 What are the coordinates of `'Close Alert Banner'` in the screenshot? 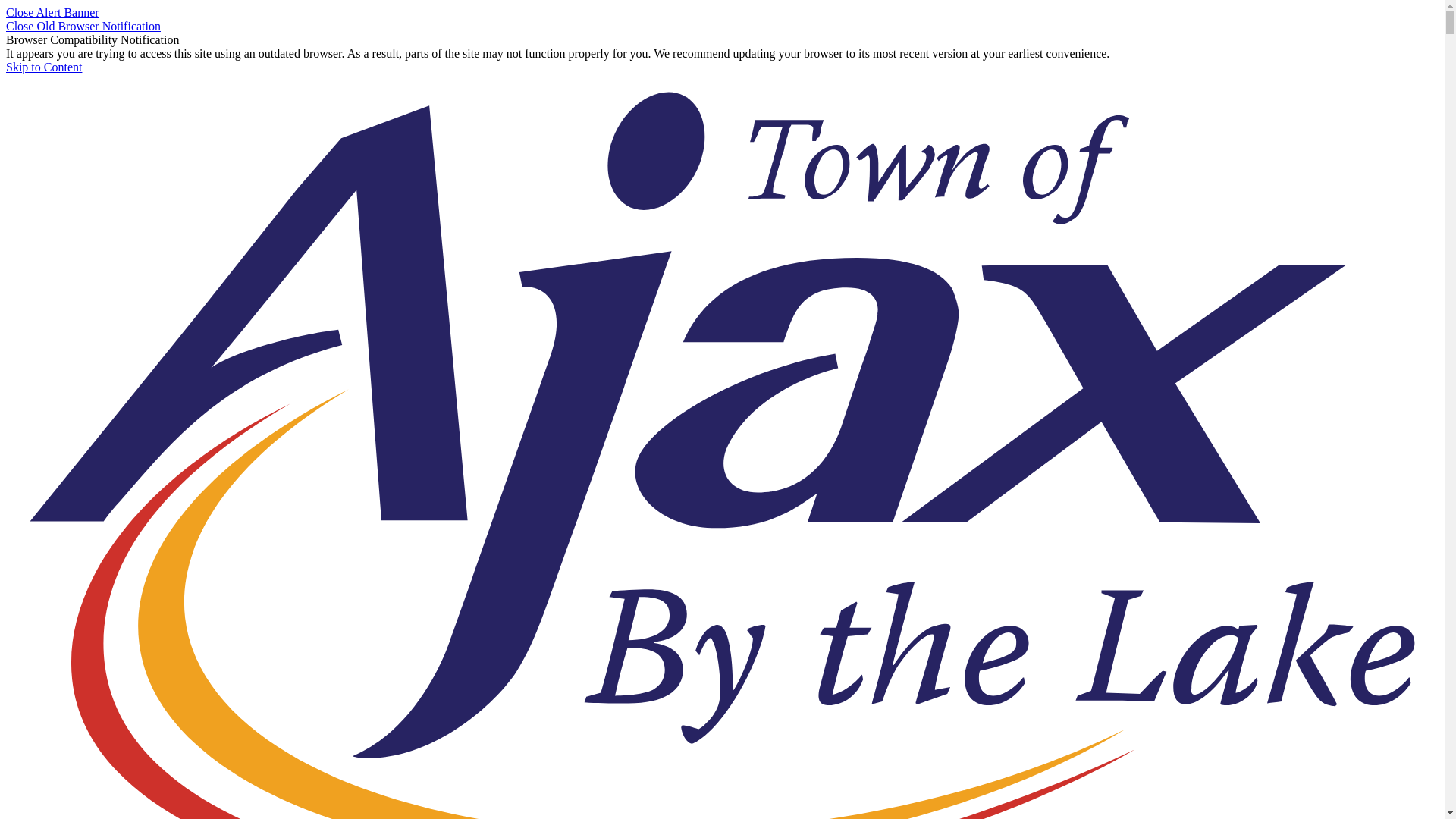 It's located at (52, 12).